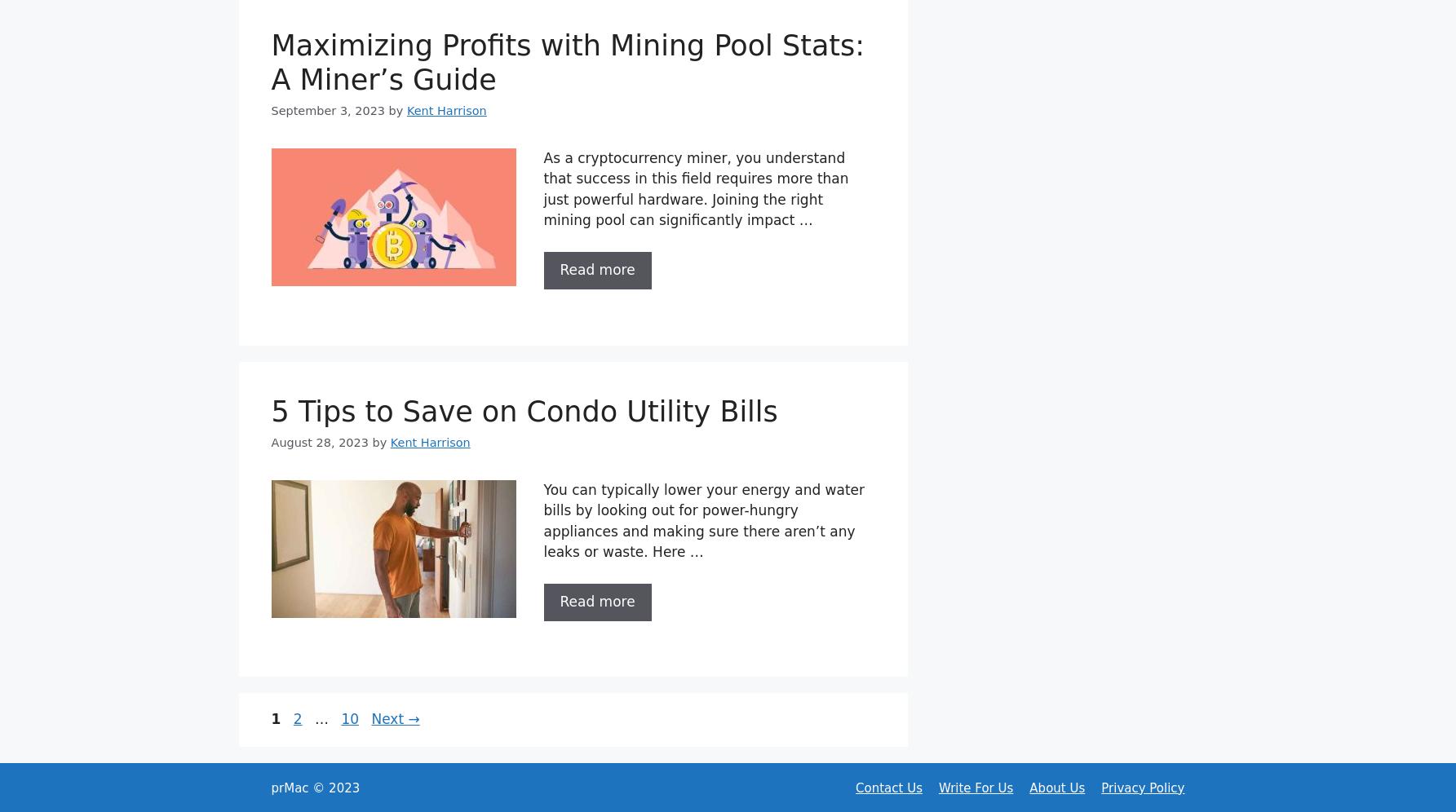 Image resolution: width=1456 pixels, height=812 pixels. What do you see at coordinates (276, 717) in the screenshot?
I see `'1'` at bounding box center [276, 717].